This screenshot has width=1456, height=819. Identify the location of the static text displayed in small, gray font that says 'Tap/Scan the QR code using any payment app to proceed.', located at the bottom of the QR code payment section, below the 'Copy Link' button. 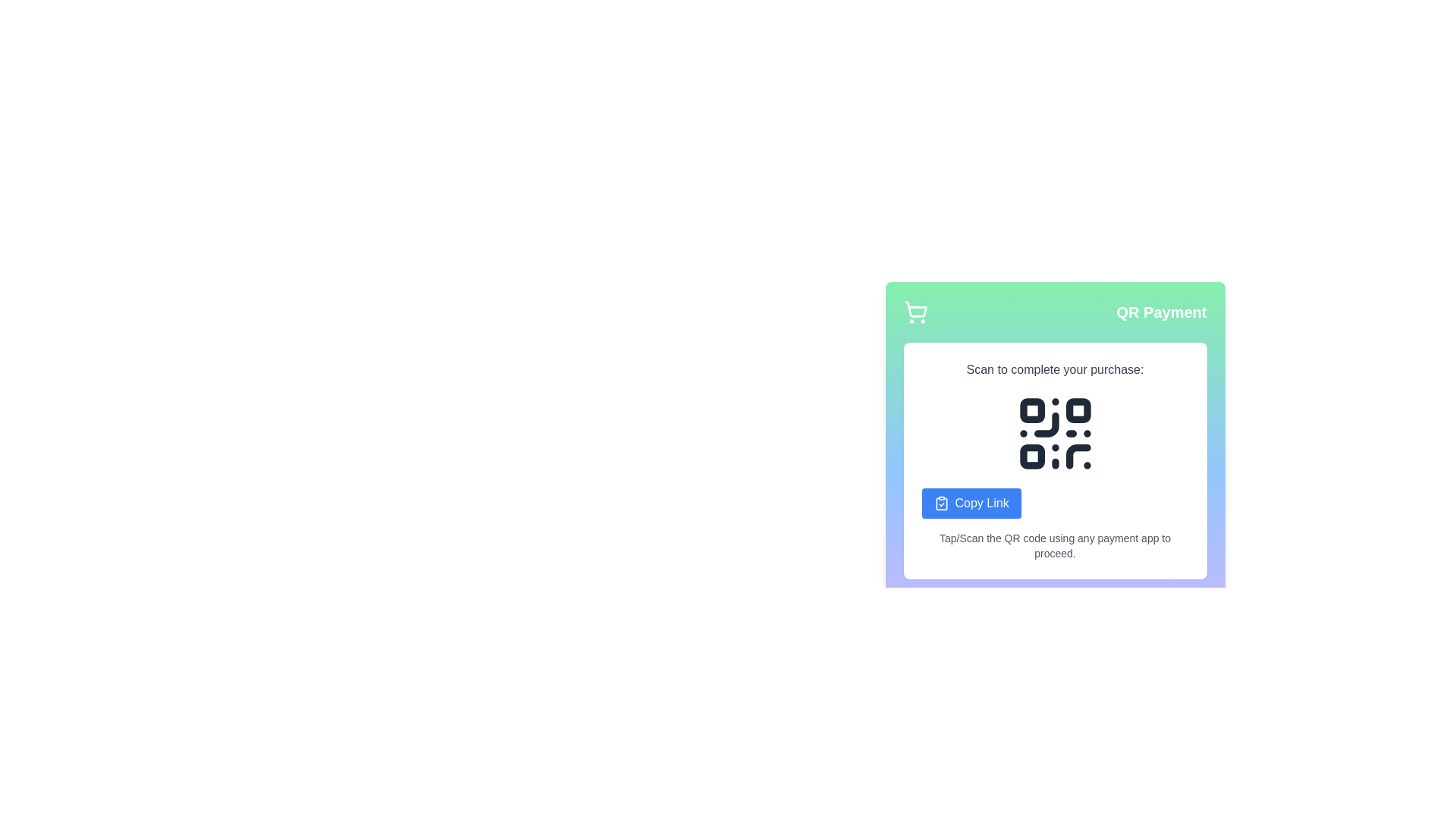
(1054, 546).